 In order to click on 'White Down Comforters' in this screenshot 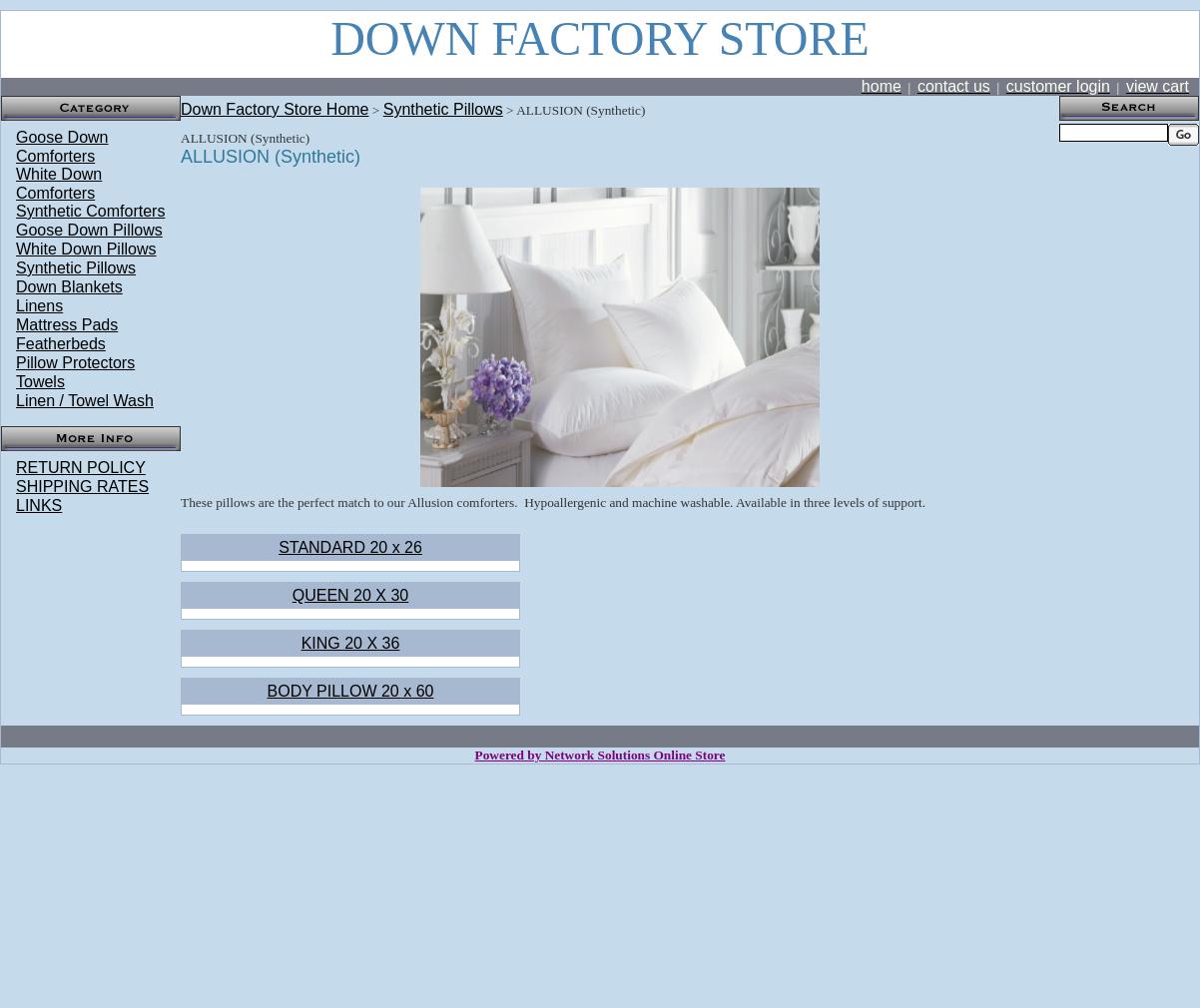, I will do `click(59, 183)`.